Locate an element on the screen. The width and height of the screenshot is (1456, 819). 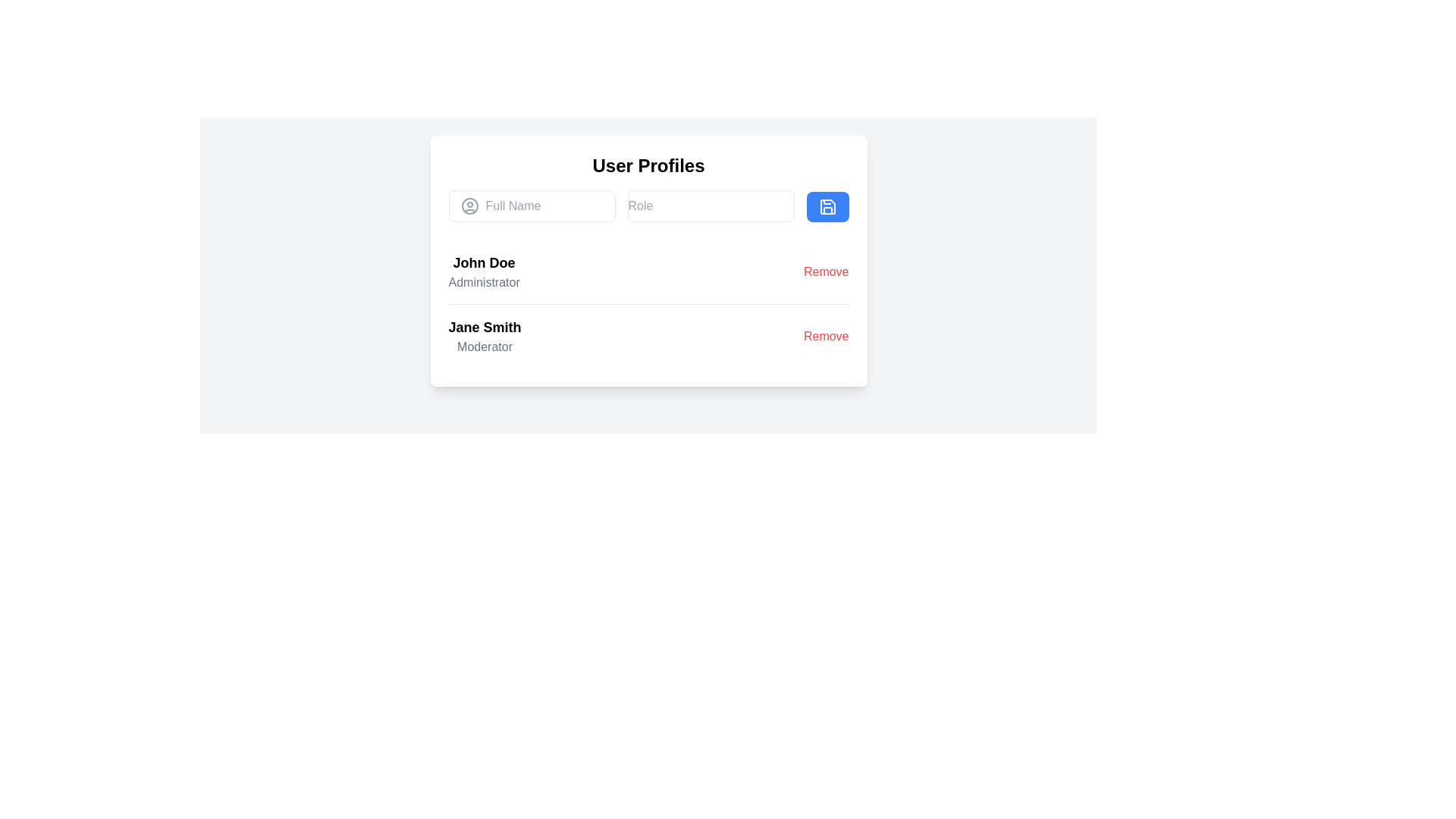
the hyperlink is located at coordinates (825, 271).